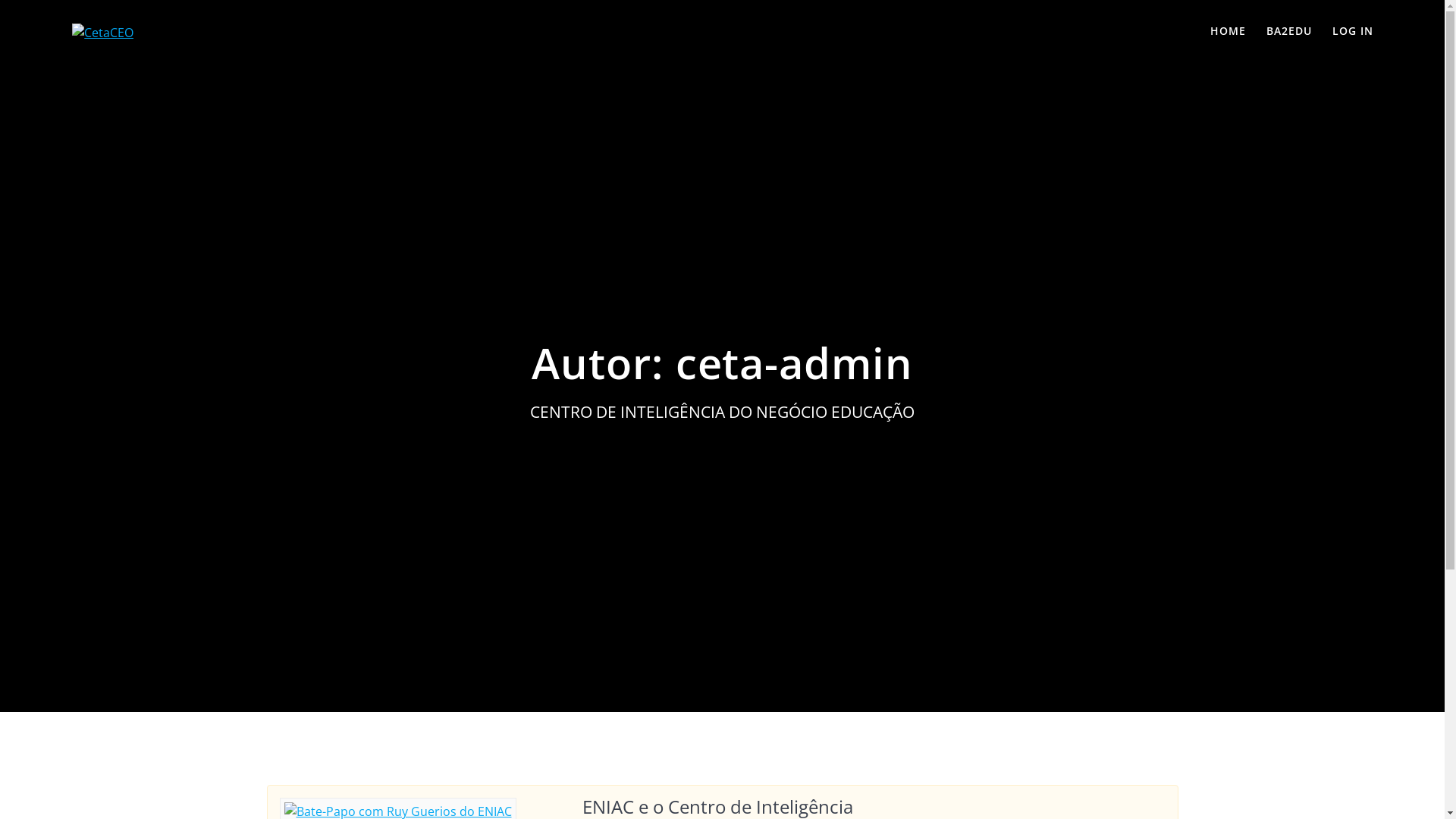 Image resolution: width=1456 pixels, height=819 pixels. Describe the element at coordinates (1353, 32) in the screenshot. I see `'LOG IN'` at that location.